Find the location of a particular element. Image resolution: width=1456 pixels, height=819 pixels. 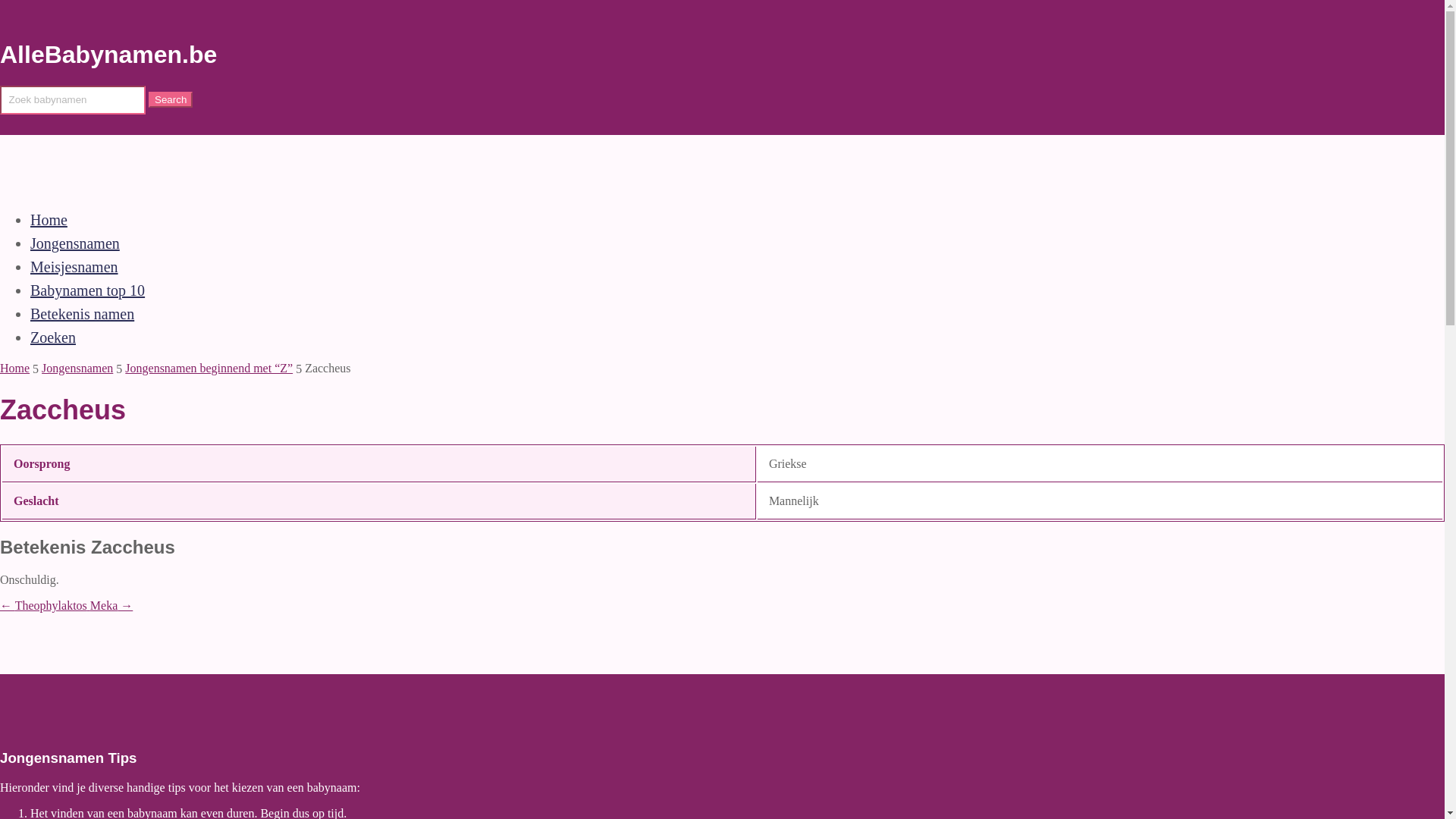

'AlleBabynamen.be' is located at coordinates (108, 54).